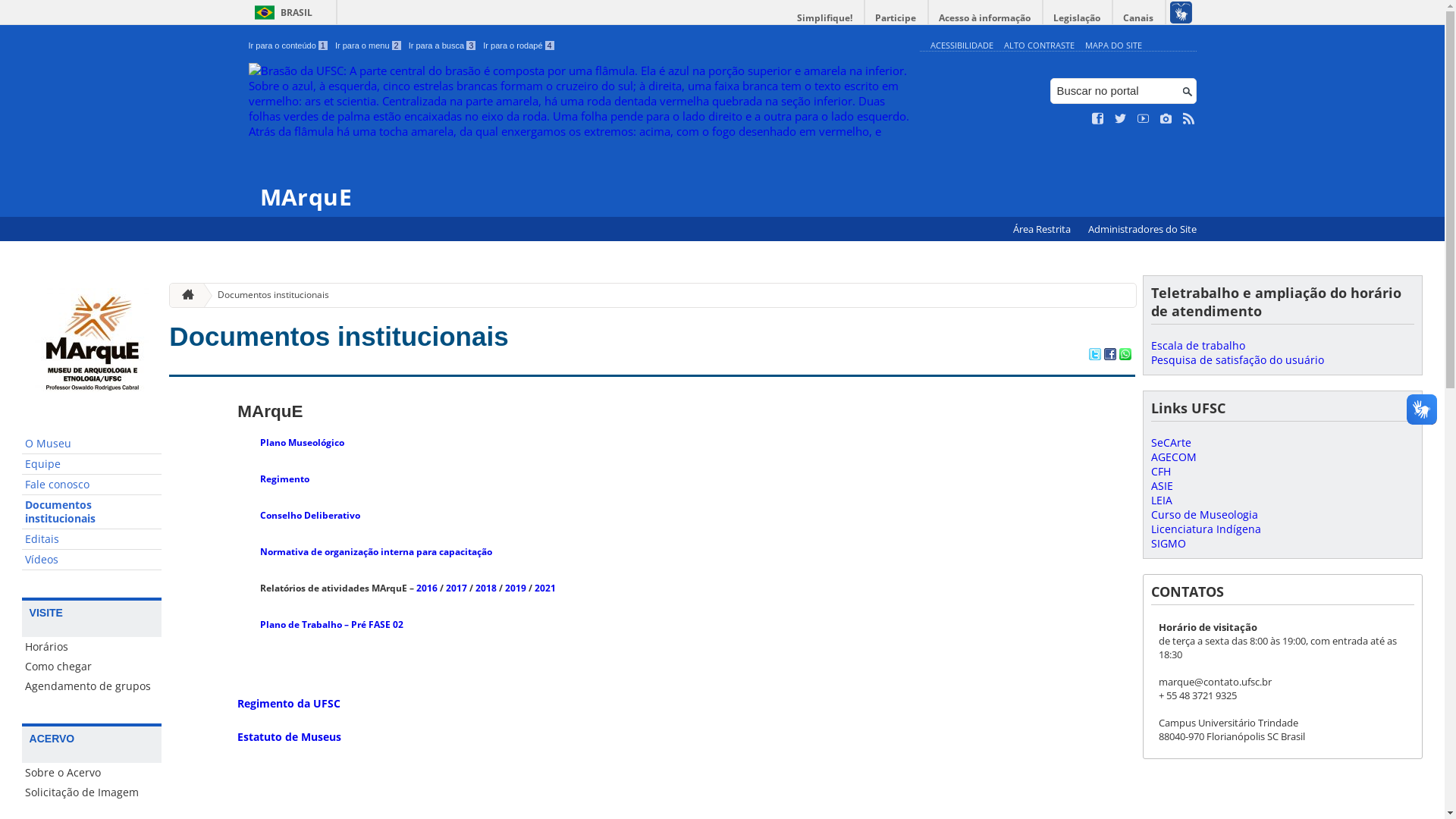  I want to click on 'MAPA DO SITE', so click(1112, 44).